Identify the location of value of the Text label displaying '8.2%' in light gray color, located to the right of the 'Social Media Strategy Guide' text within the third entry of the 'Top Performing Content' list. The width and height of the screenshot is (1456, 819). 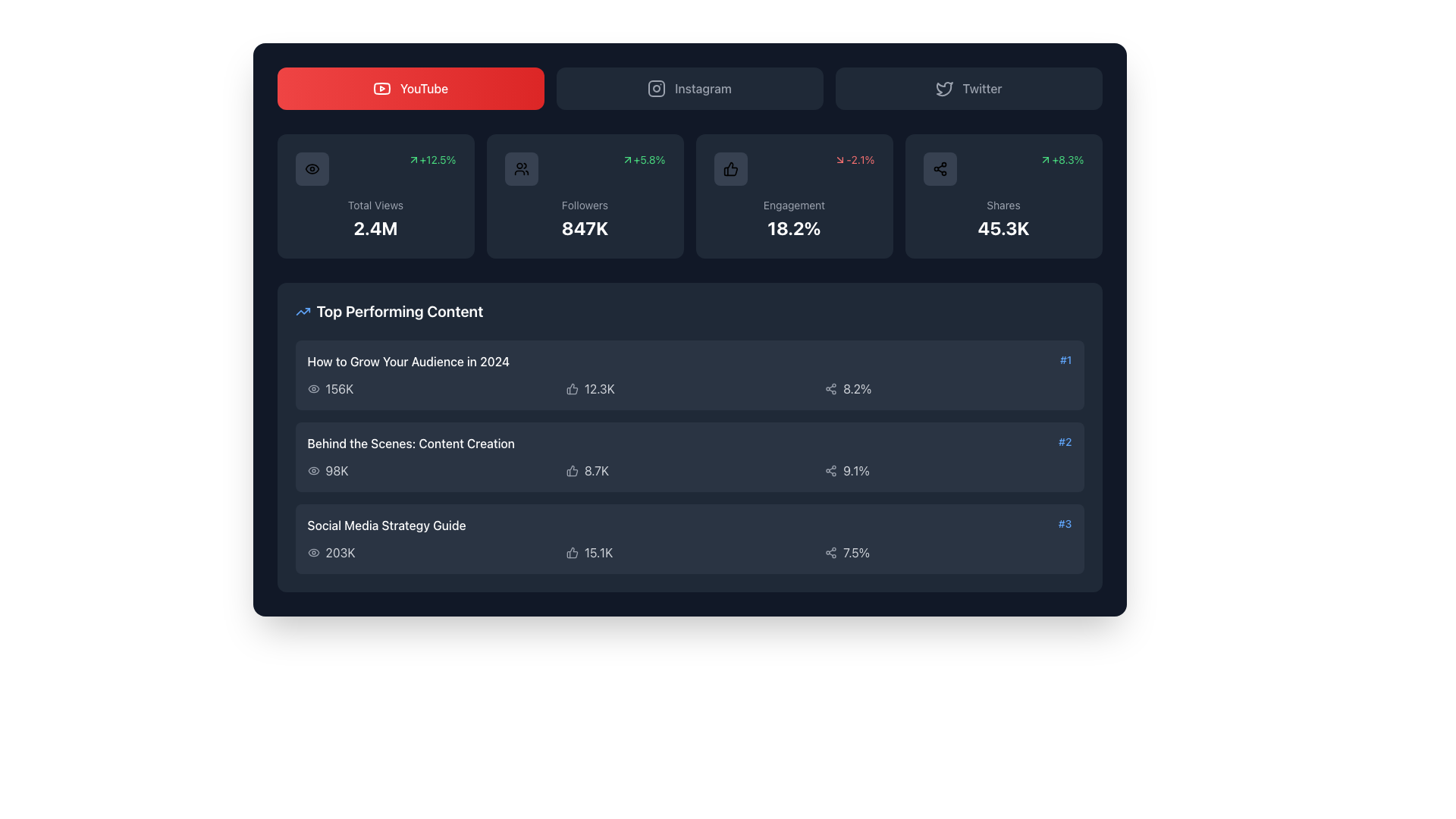
(857, 388).